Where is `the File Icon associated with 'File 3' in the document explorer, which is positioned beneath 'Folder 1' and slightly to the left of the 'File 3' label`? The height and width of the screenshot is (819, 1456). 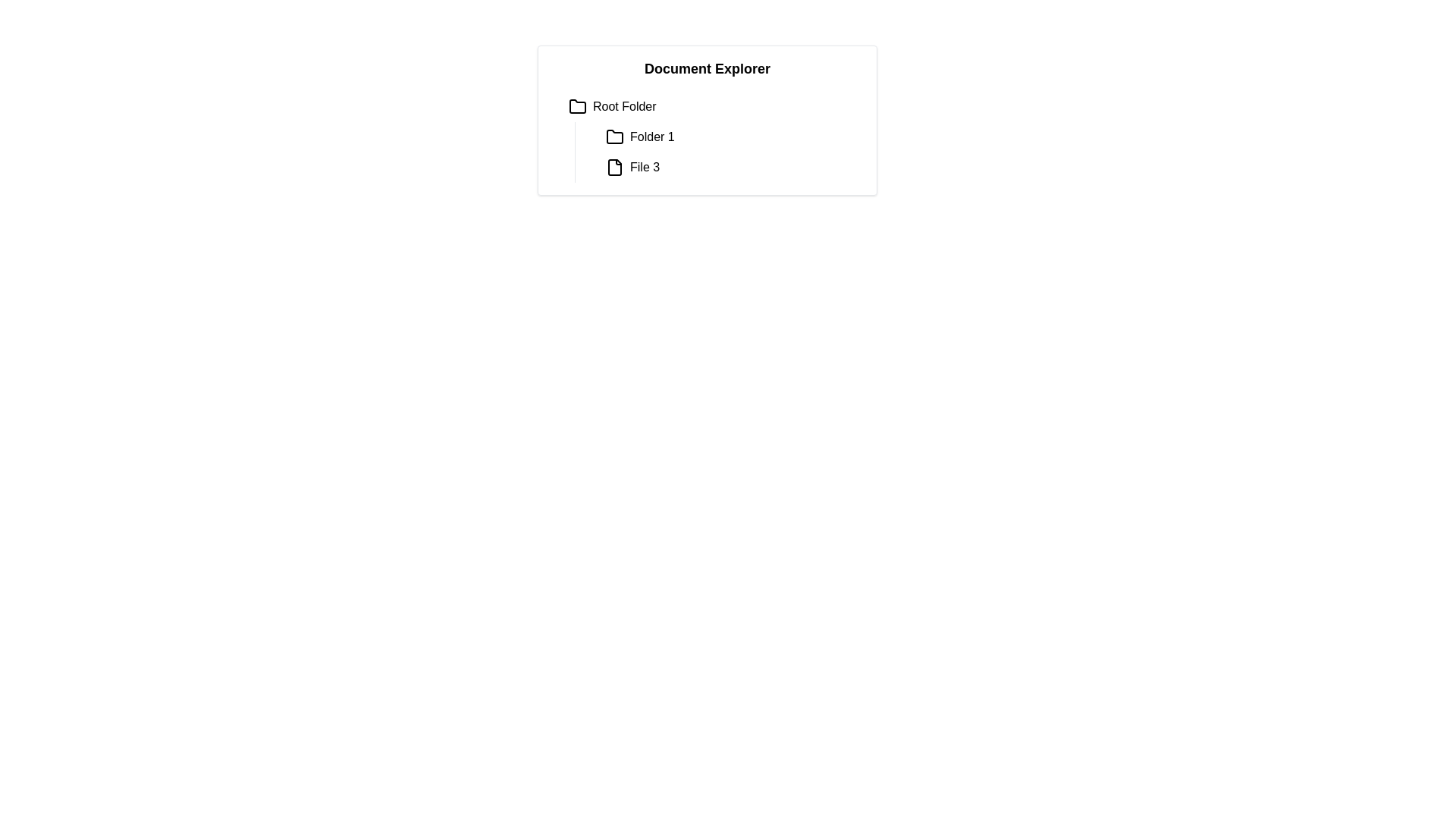
the File Icon associated with 'File 3' in the document explorer, which is positioned beneath 'Folder 1' and slightly to the left of the 'File 3' label is located at coordinates (615, 167).